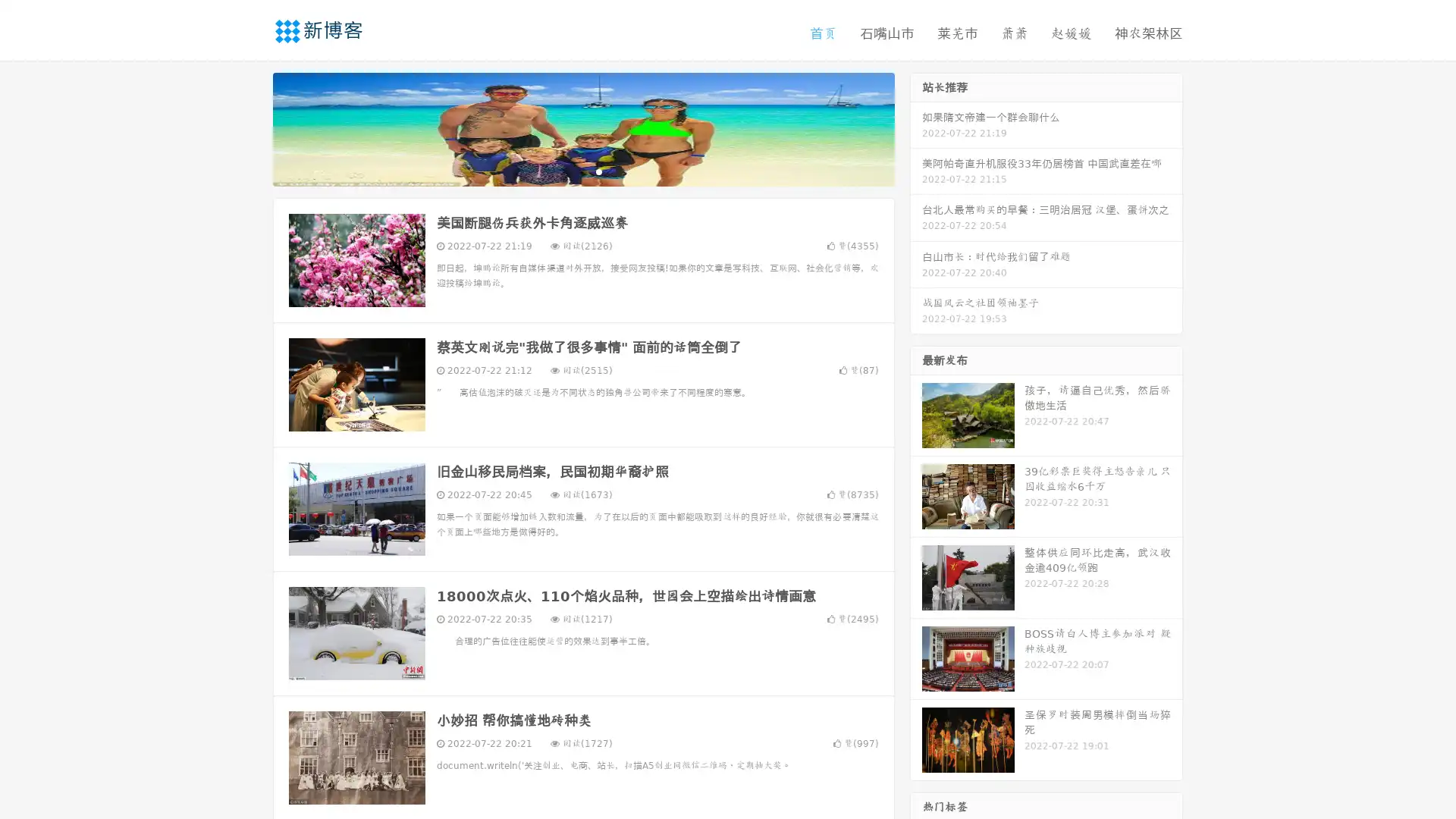 The image size is (1456, 819). I want to click on Previous slide, so click(250, 127).